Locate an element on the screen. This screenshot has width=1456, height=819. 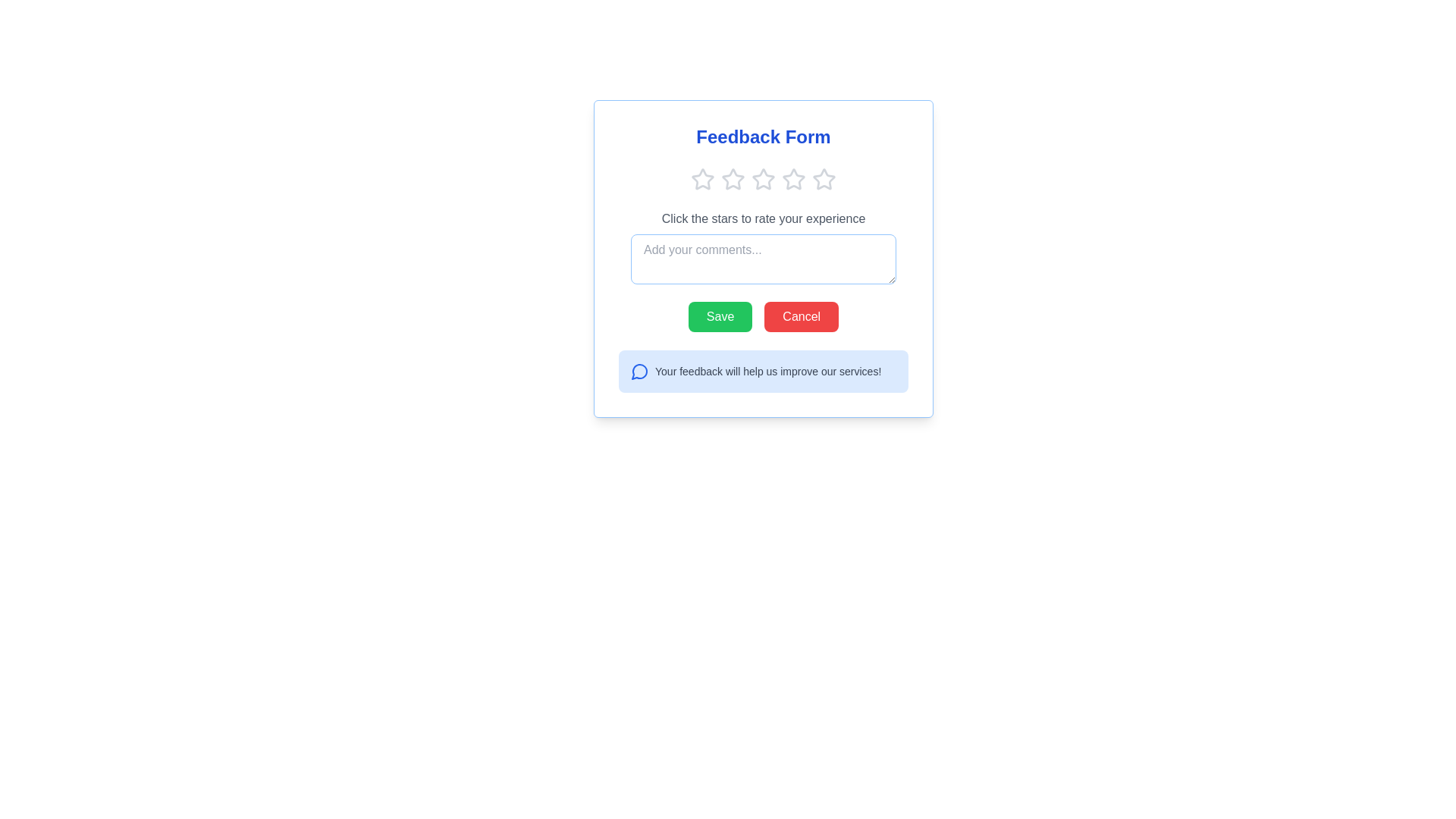
the save button located at the bottom center of the feedback form interface to change its background color is located at coordinates (720, 315).